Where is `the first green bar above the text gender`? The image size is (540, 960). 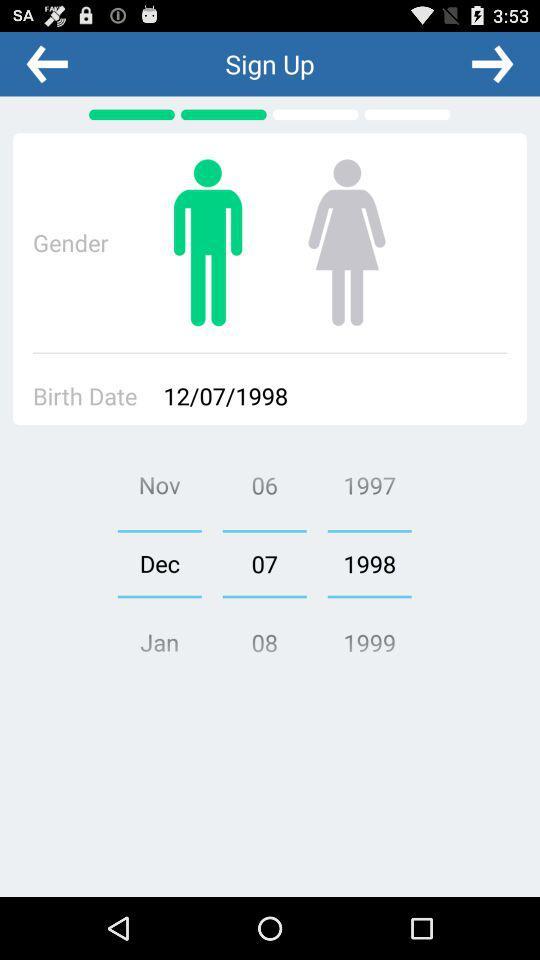
the first green bar above the text gender is located at coordinates (131, 114).